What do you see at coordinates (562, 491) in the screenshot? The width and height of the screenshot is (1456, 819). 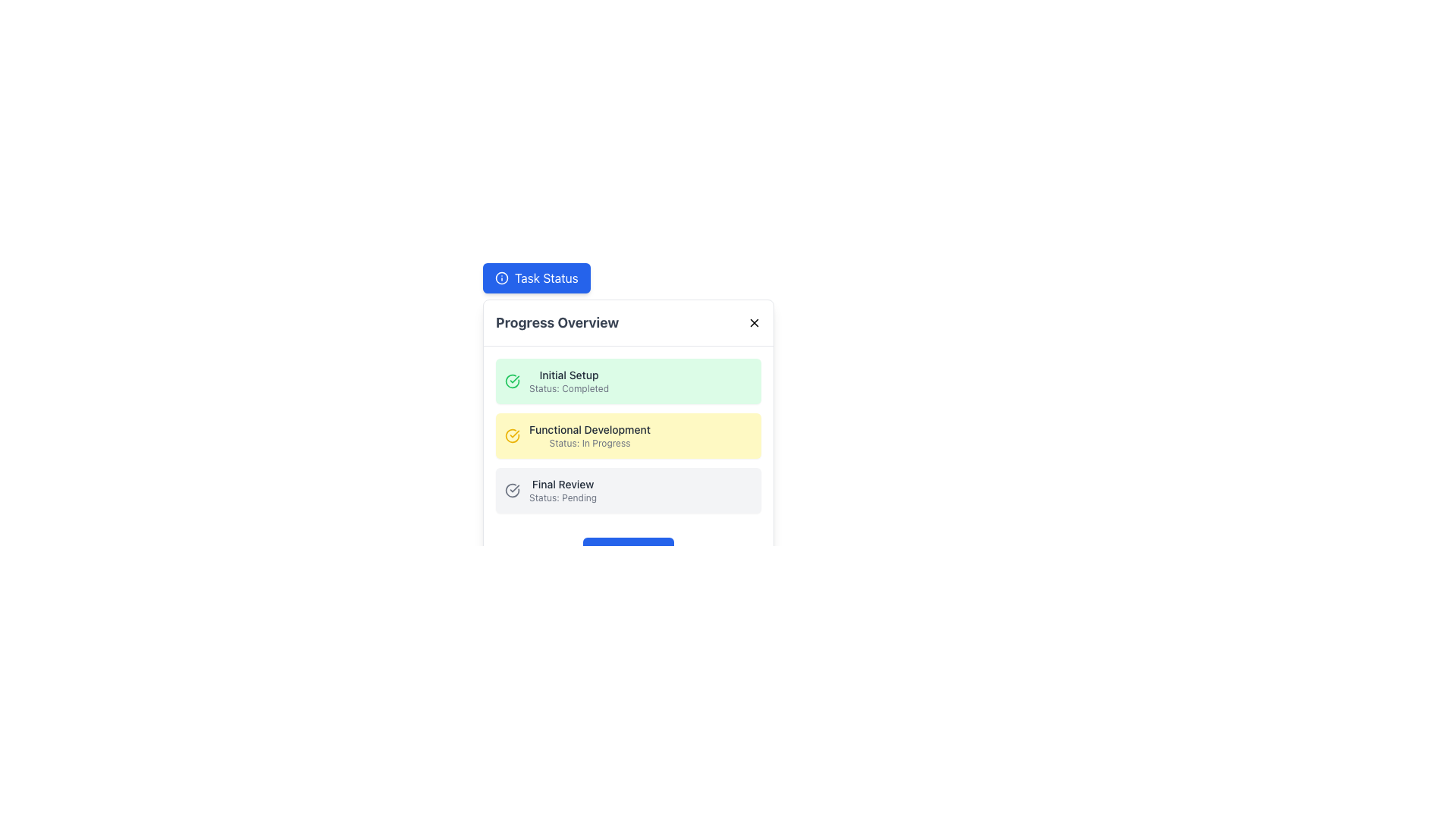 I see `the text label indicating the final review step with the status 'Pending'` at bounding box center [562, 491].